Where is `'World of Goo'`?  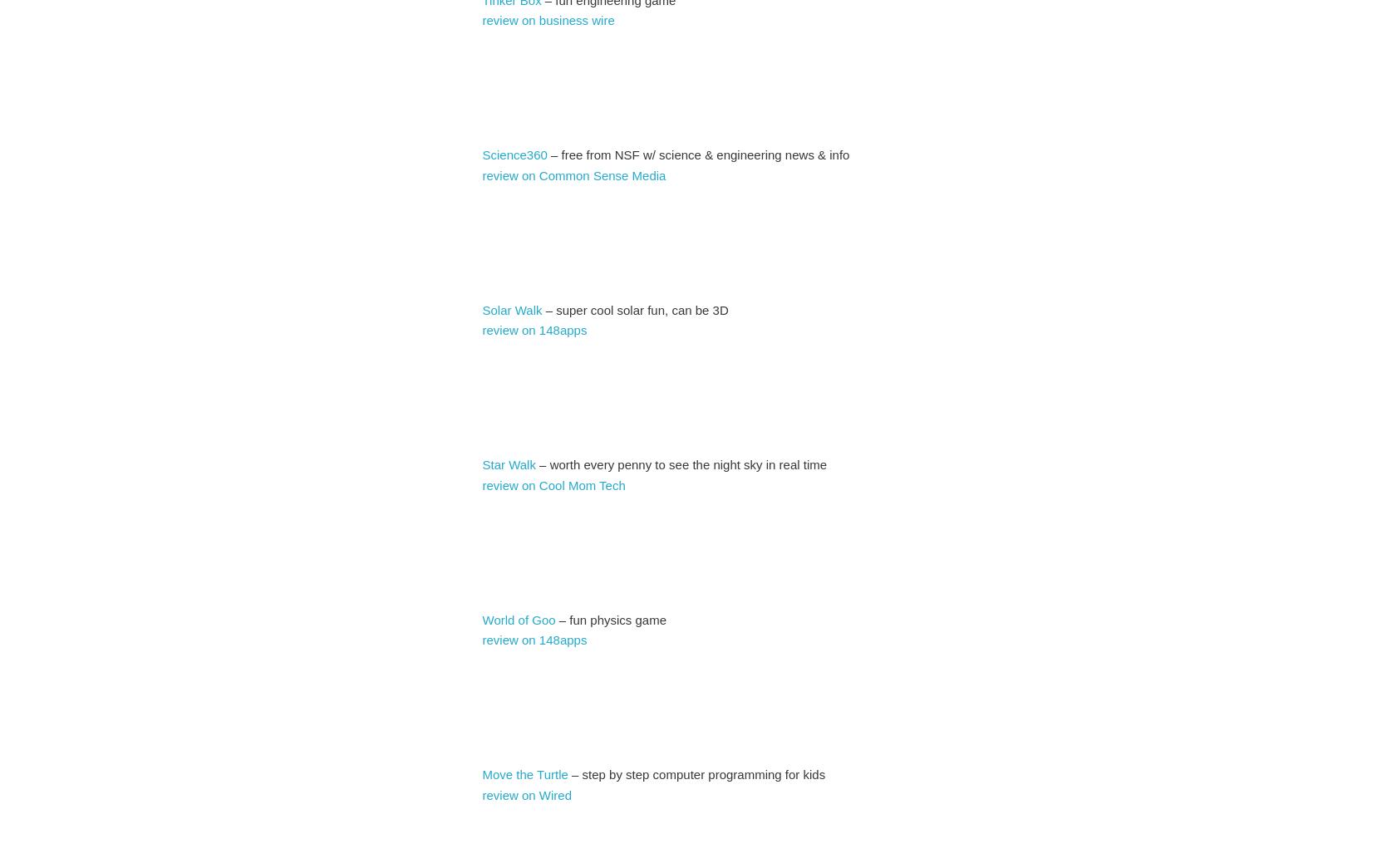
'World of Goo' is located at coordinates (481, 618).